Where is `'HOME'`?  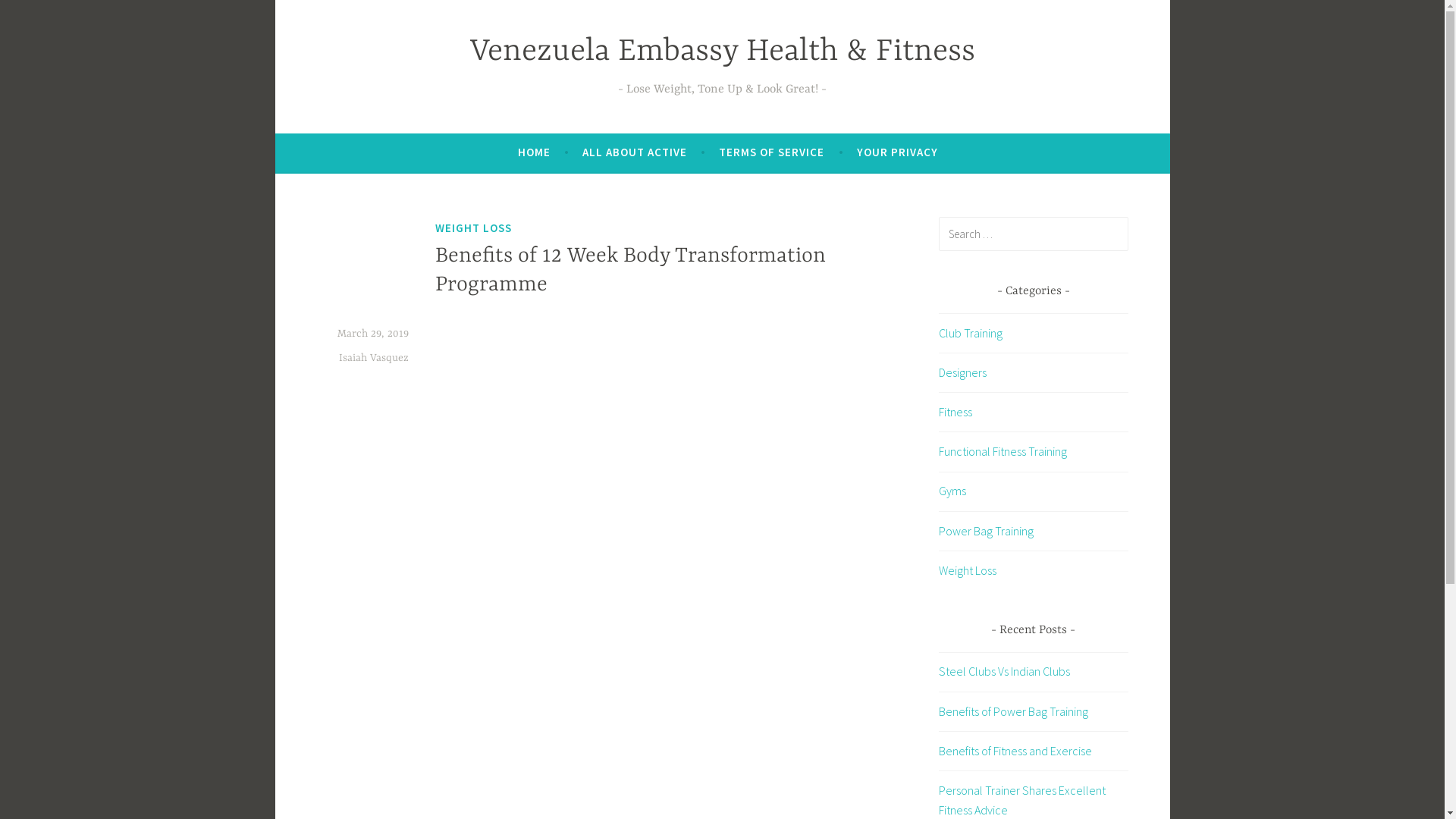 'HOME' is located at coordinates (517, 152).